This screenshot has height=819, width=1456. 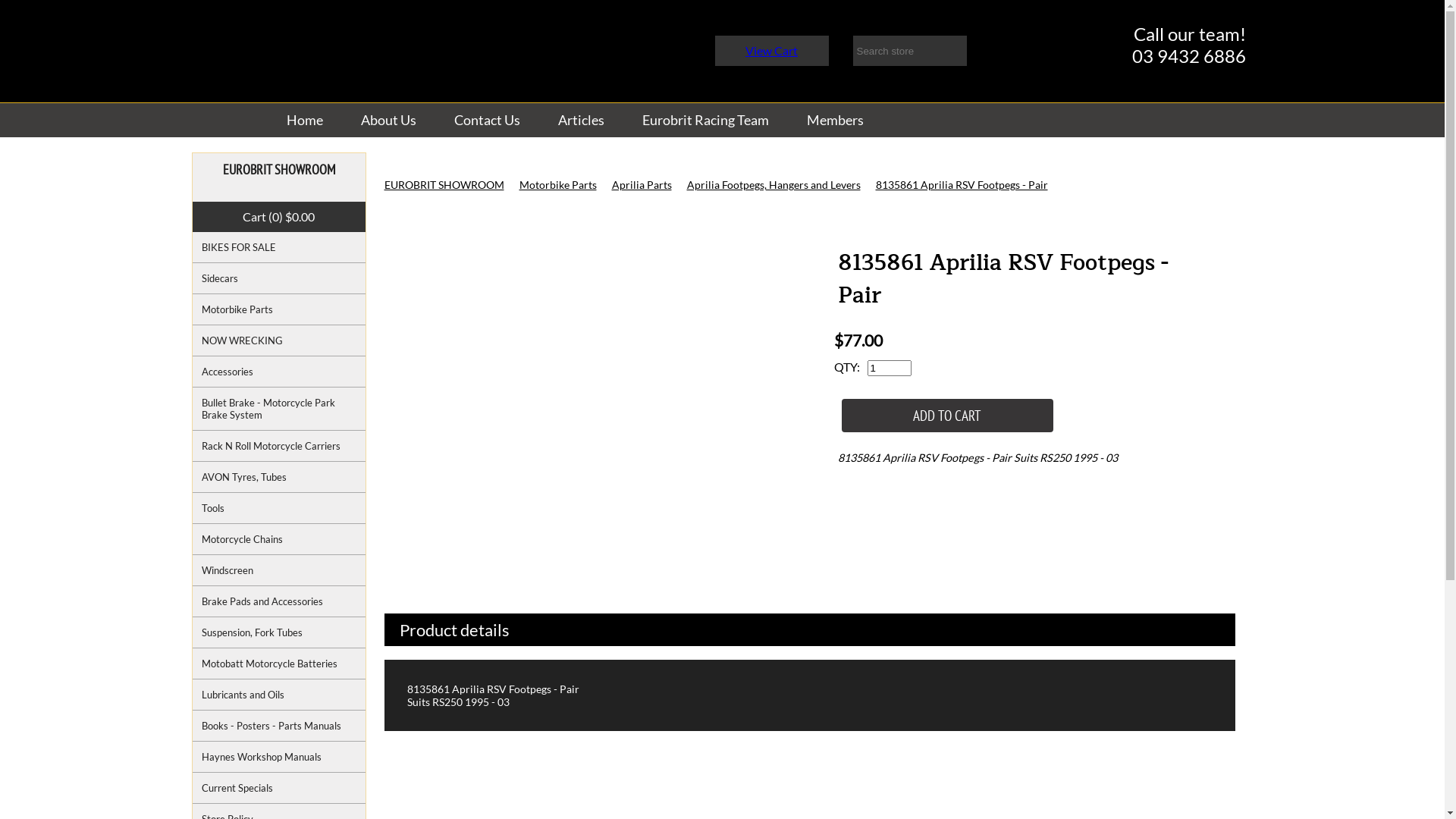 I want to click on 'Aprilia Footpegs, Hangers and Levers', so click(x=773, y=184).